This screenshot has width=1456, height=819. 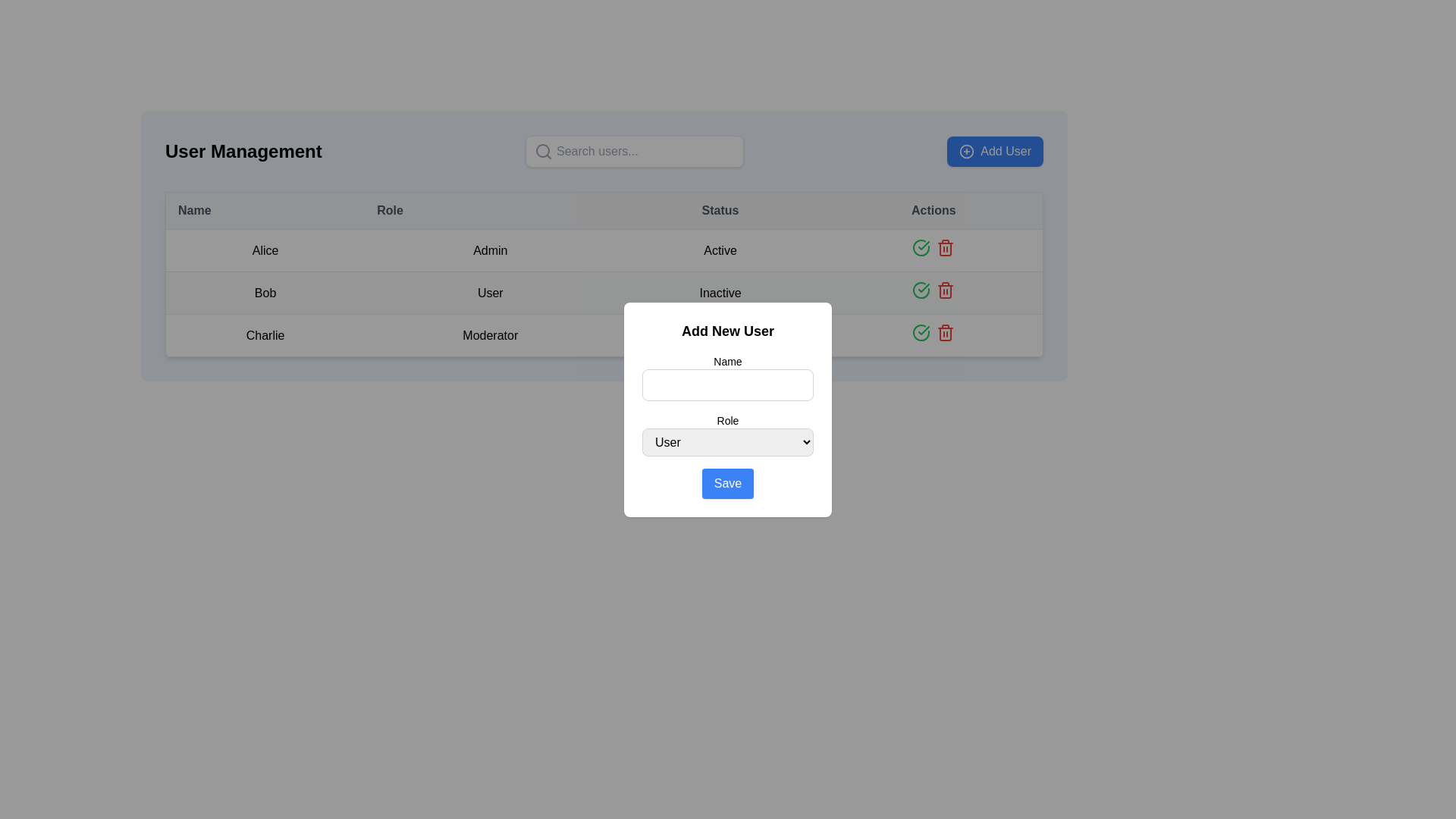 What do you see at coordinates (543, 152) in the screenshot?
I see `the search icon located to the left of the text entry field in the search bar interface to associate it with the adjacent text field` at bounding box center [543, 152].